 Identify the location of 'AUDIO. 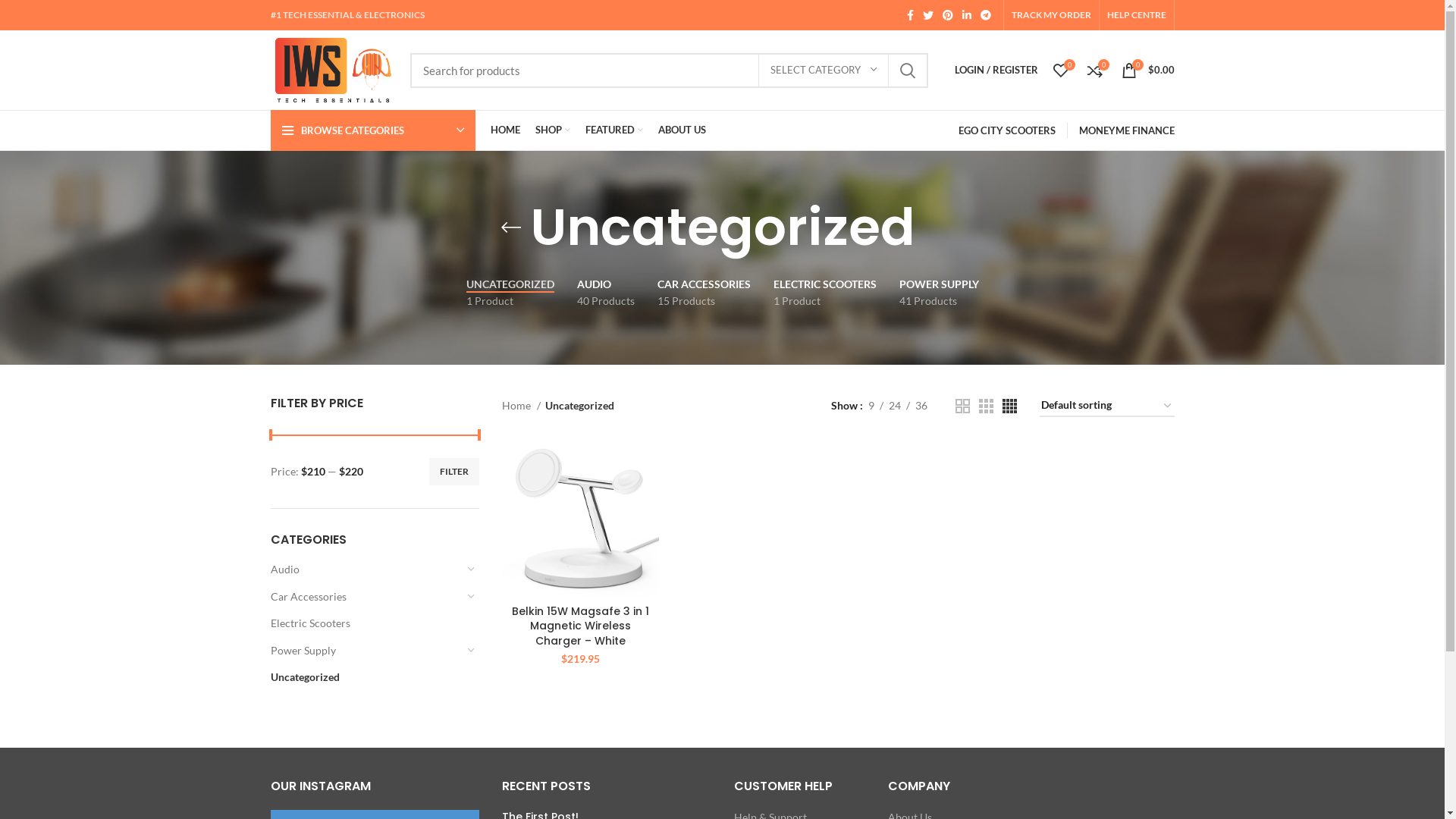
(604, 293).